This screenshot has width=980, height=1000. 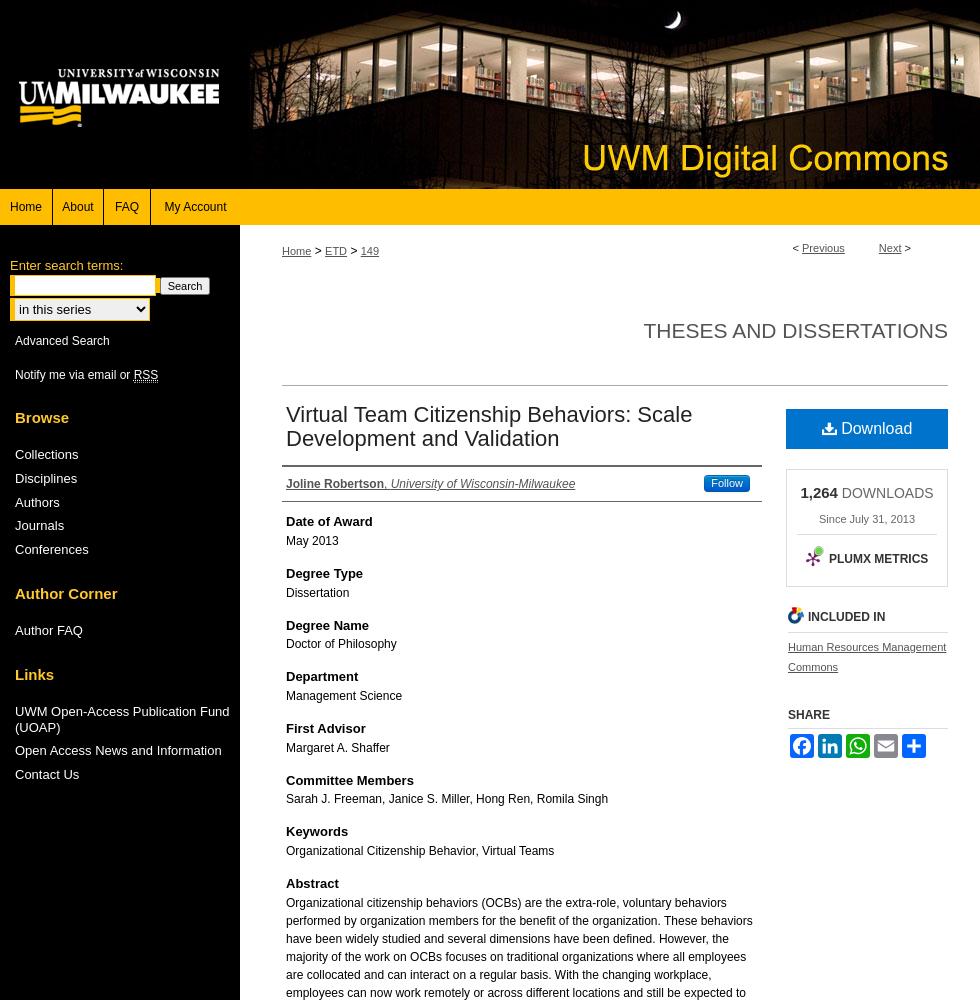 What do you see at coordinates (14, 674) in the screenshot?
I see `'Links'` at bounding box center [14, 674].